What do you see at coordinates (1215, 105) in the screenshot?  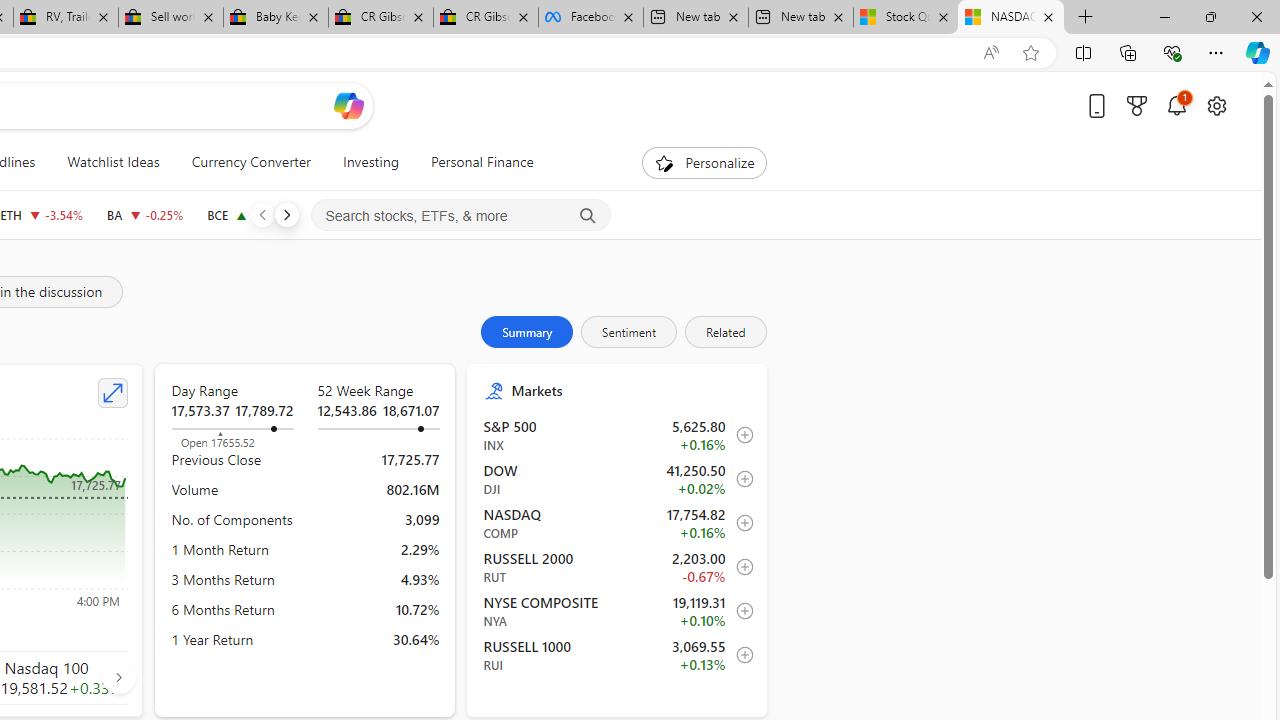 I see `'Open settings'` at bounding box center [1215, 105].